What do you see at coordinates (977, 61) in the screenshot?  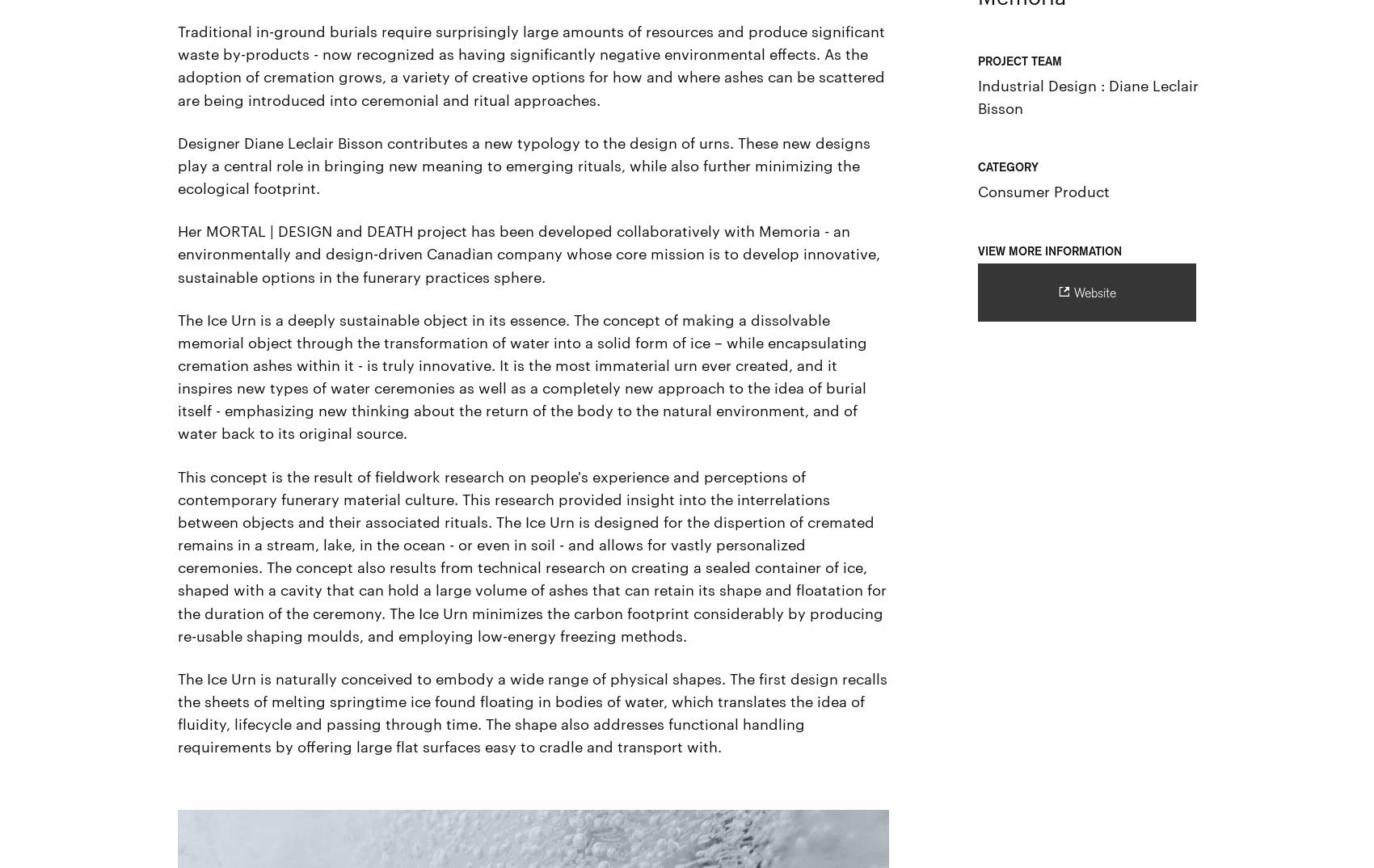 I see `'Project Team'` at bounding box center [977, 61].